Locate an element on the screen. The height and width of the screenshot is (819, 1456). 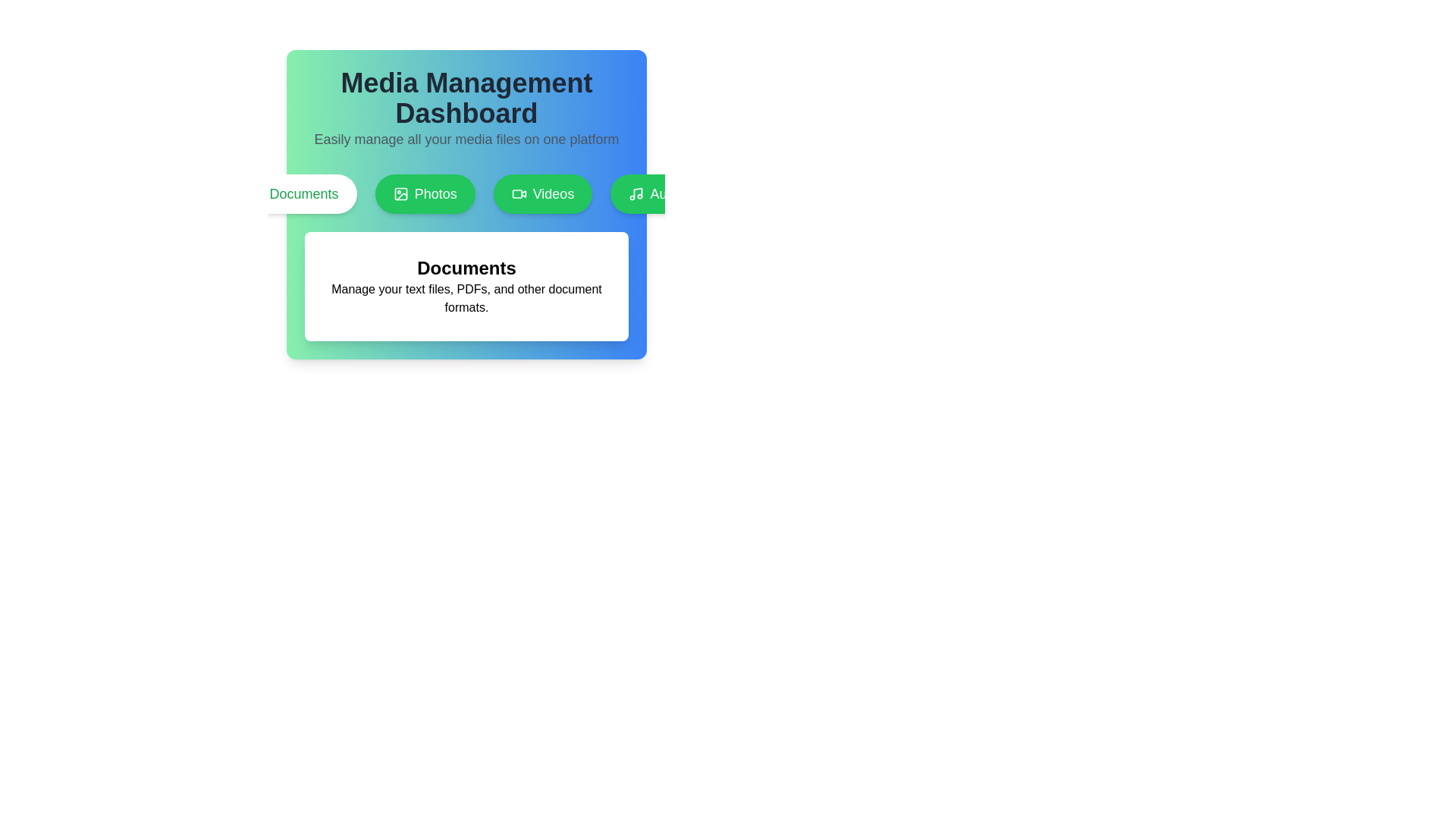
the informational card that describes the 'Documents' media category, located below the category buttons in the 'Media Management Dashboard' is located at coordinates (466, 287).